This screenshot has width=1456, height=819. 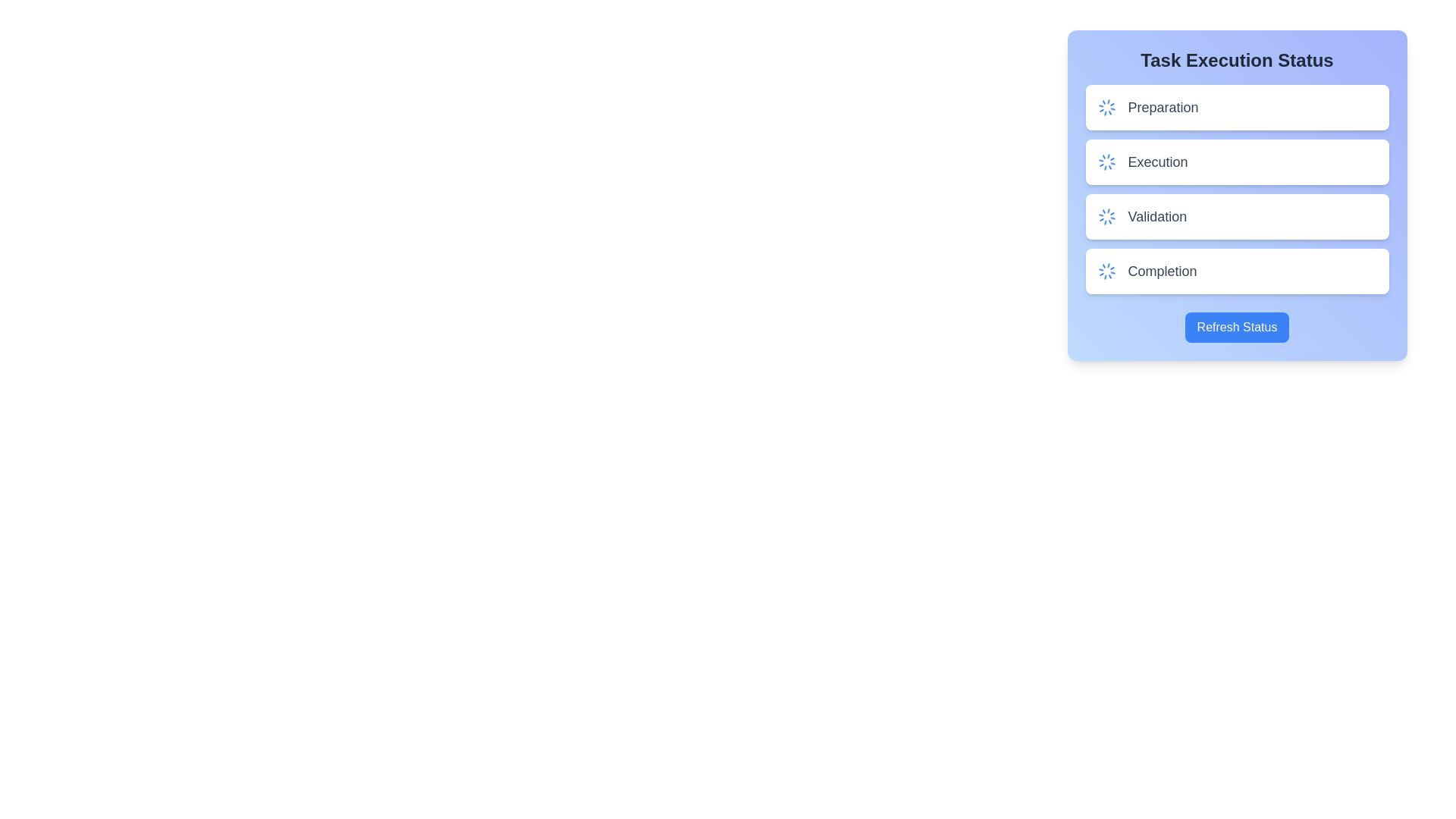 What do you see at coordinates (1161, 271) in the screenshot?
I see `the 'Completion' text label, which indicates the status of a task execution process` at bounding box center [1161, 271].